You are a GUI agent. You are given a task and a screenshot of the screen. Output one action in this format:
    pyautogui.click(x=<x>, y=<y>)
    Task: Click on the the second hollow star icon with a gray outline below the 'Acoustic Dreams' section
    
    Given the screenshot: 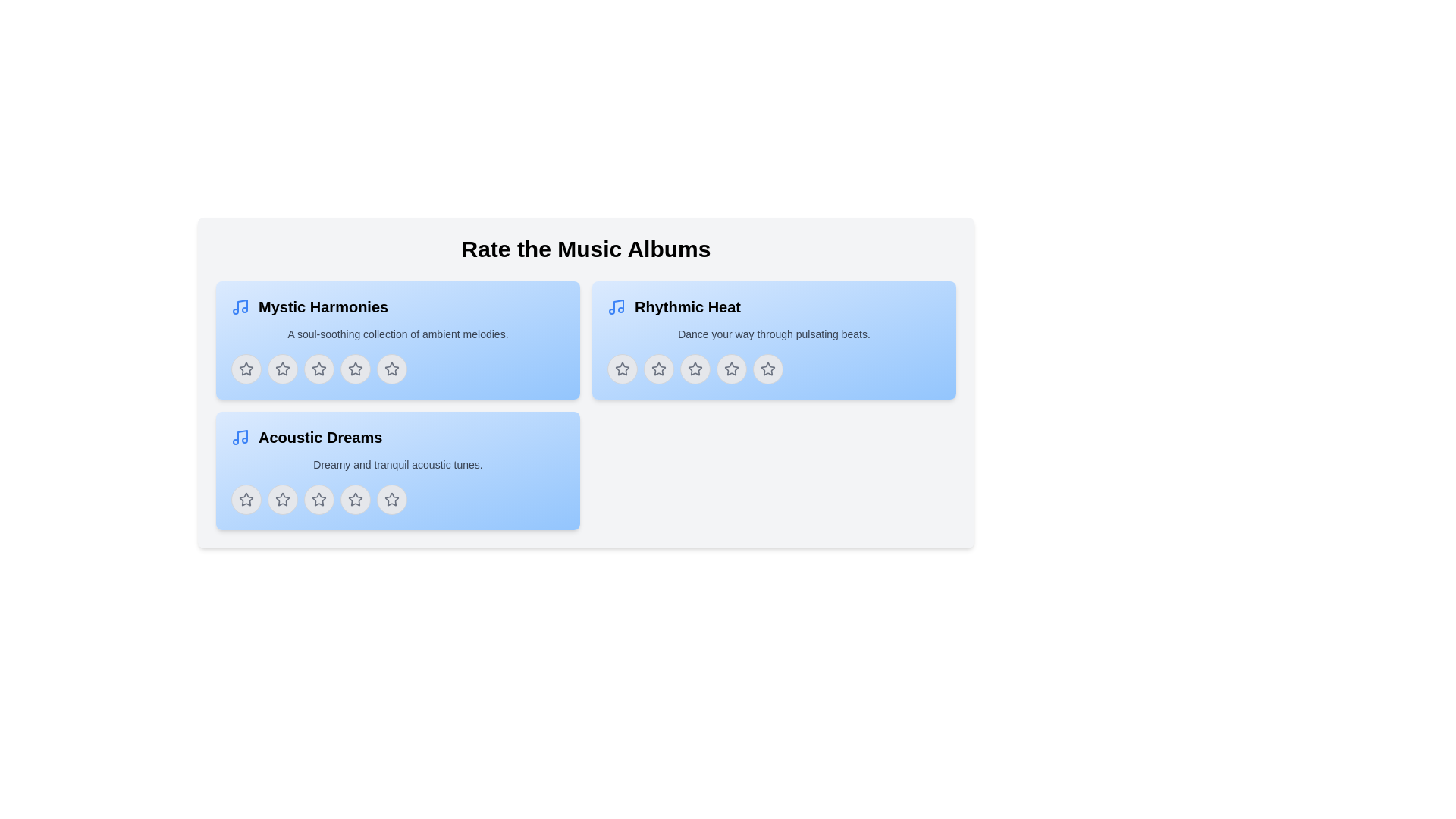 What is the action you would take?
    pyautogui.click(x=318, y=500)
    